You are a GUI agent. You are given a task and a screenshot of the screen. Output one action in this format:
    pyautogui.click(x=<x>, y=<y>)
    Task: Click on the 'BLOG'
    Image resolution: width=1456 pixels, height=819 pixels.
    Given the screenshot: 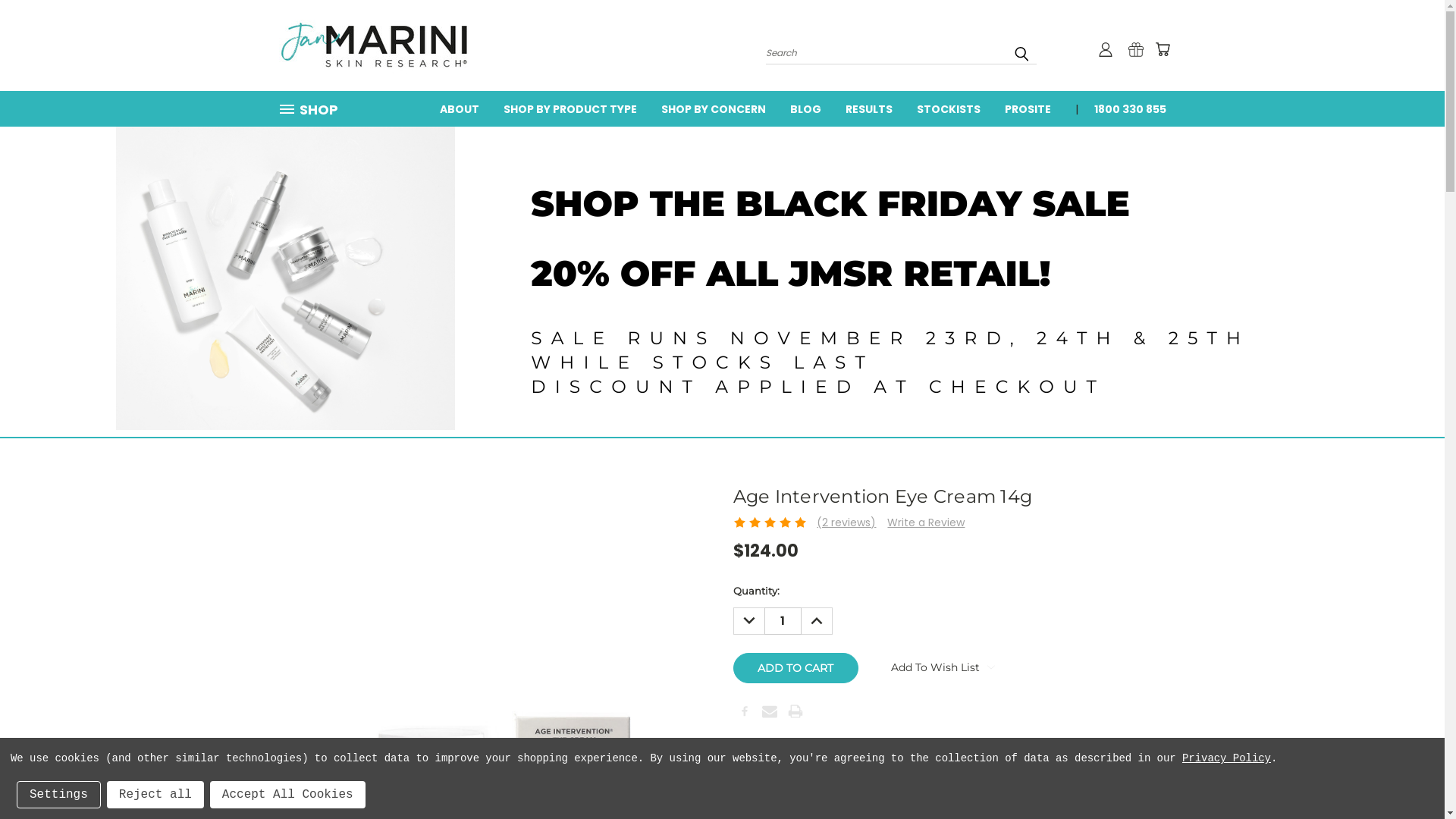 What is the action you would take?
    pyautogui.click(x=805, y=107)
    